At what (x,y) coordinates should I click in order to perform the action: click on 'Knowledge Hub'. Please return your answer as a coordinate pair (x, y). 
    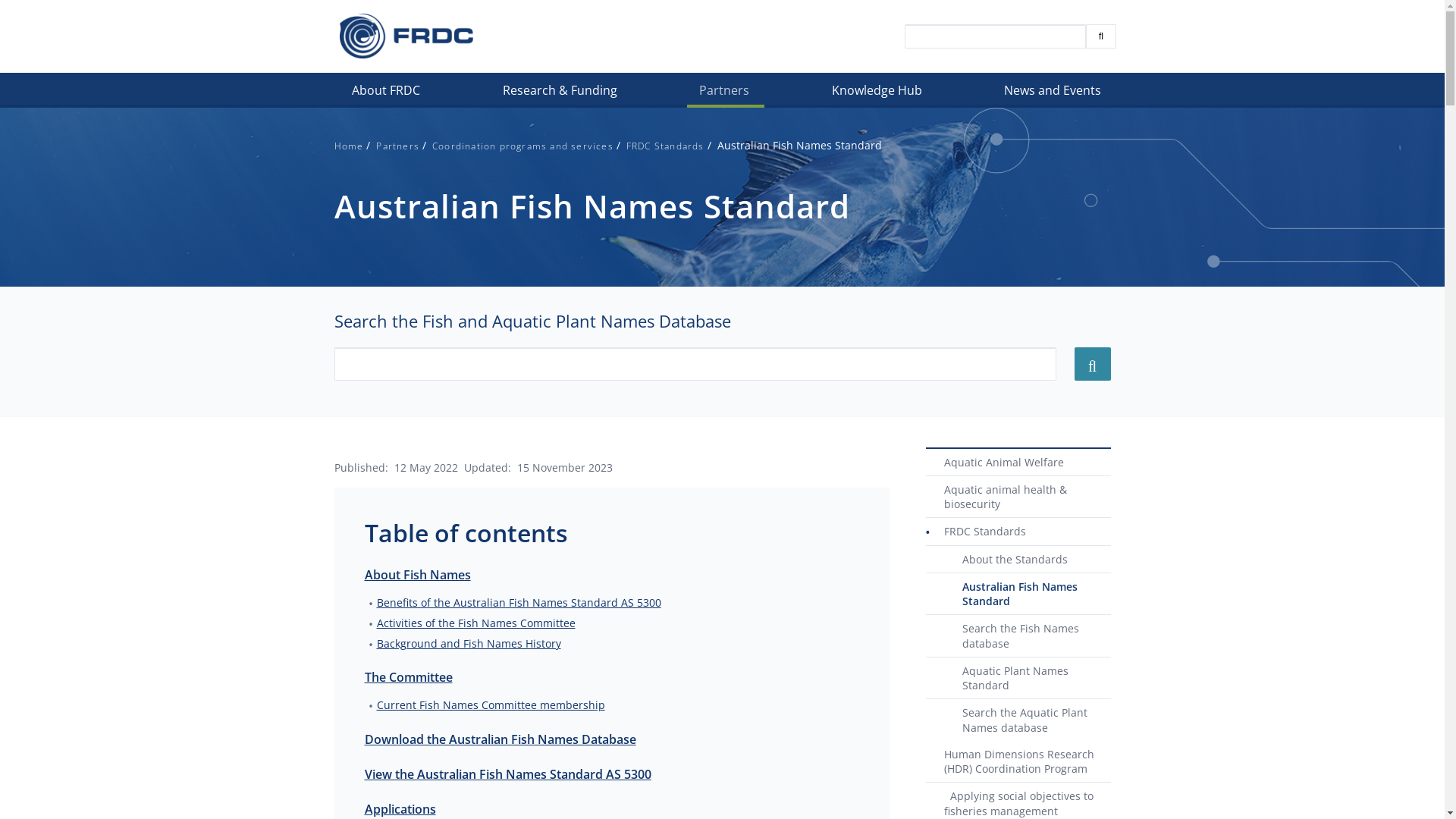
    Looking at the image, I should click on (877, 93).